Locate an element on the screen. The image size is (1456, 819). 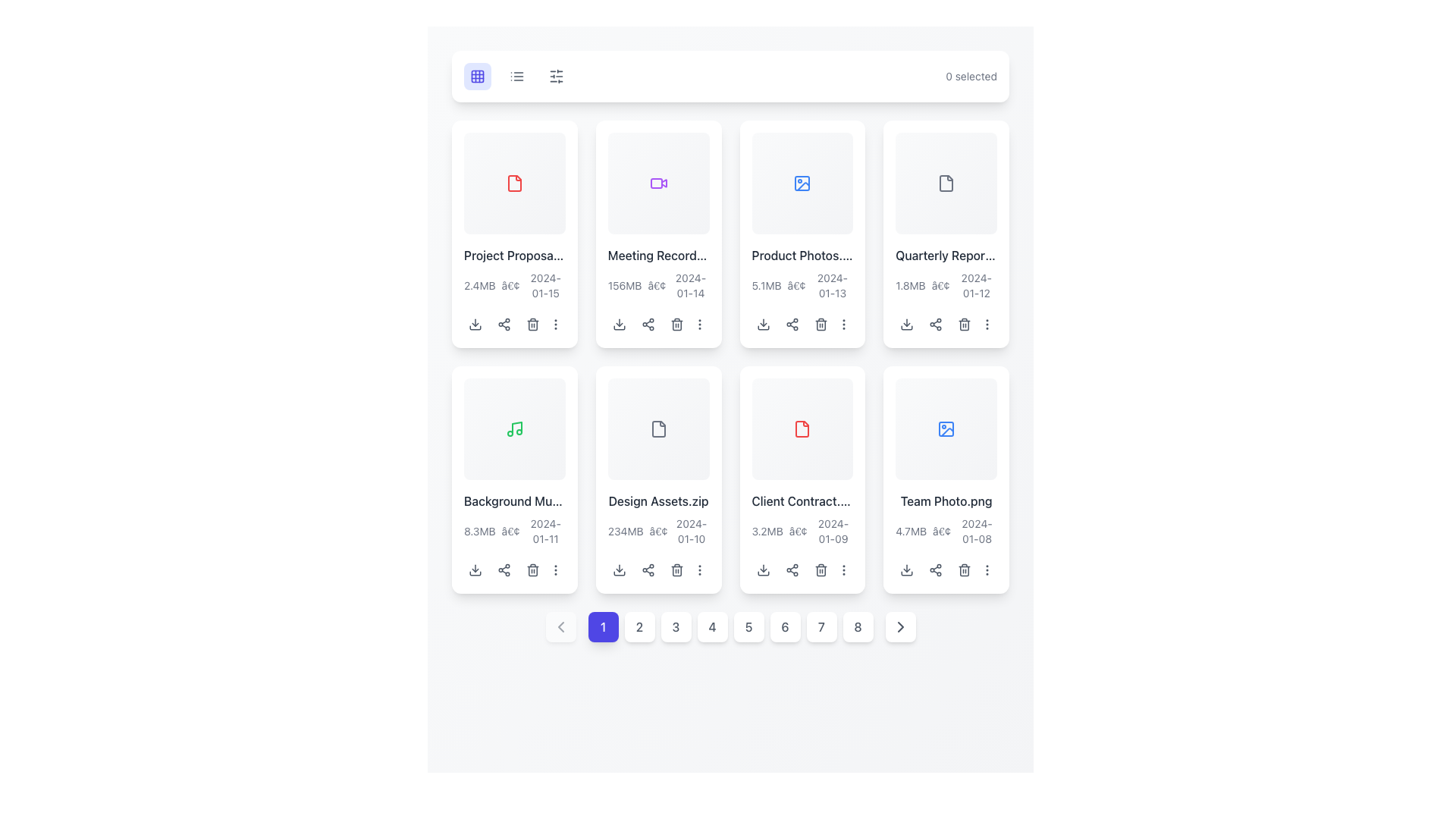
the vertical ellipsis icon located at the bottom-right corner of the 'Client Contract' card is located at coordinates (843, 570).